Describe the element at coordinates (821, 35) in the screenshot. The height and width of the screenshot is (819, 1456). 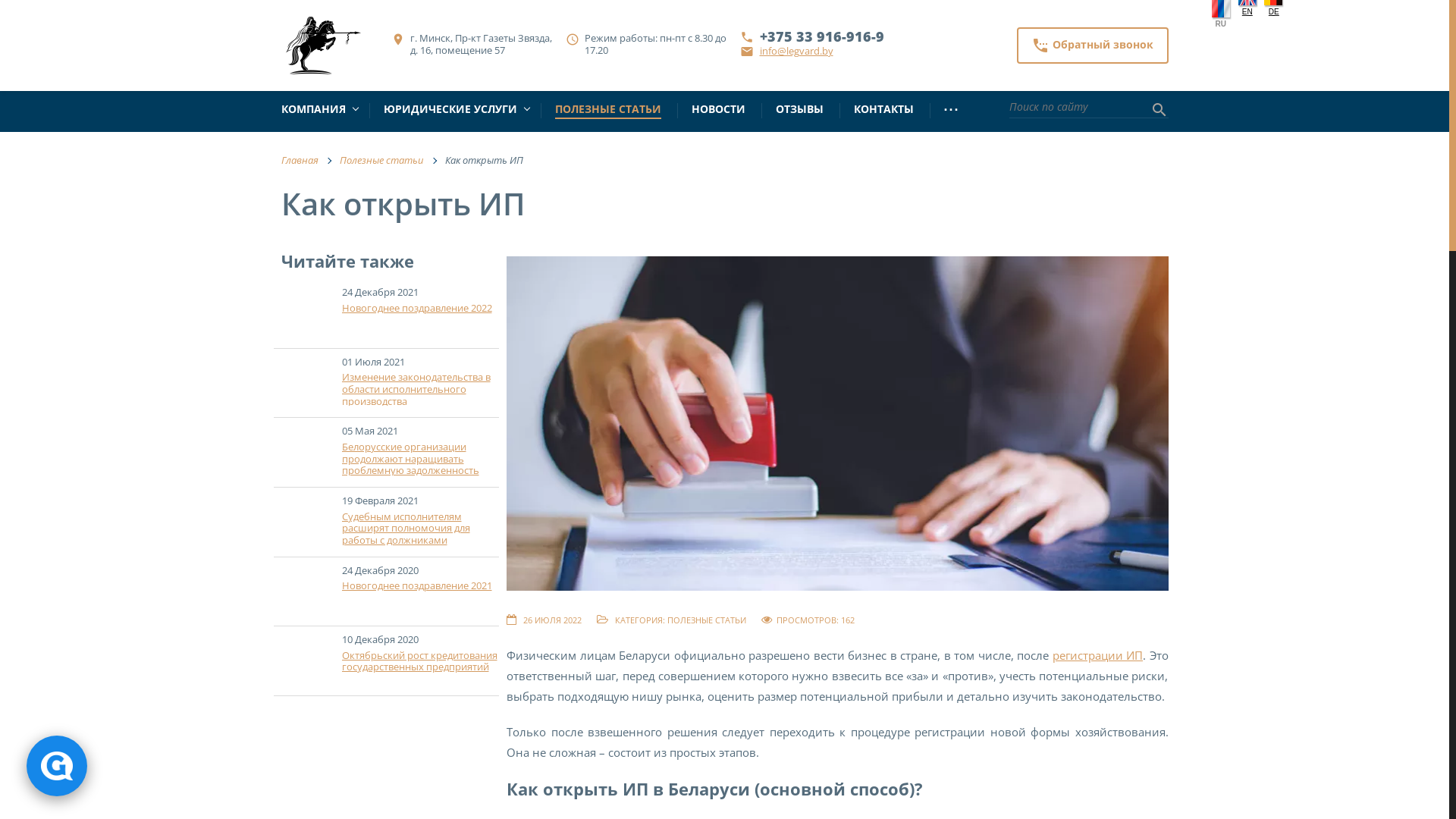
I see `'+375 33 916-916-9'` at that location.